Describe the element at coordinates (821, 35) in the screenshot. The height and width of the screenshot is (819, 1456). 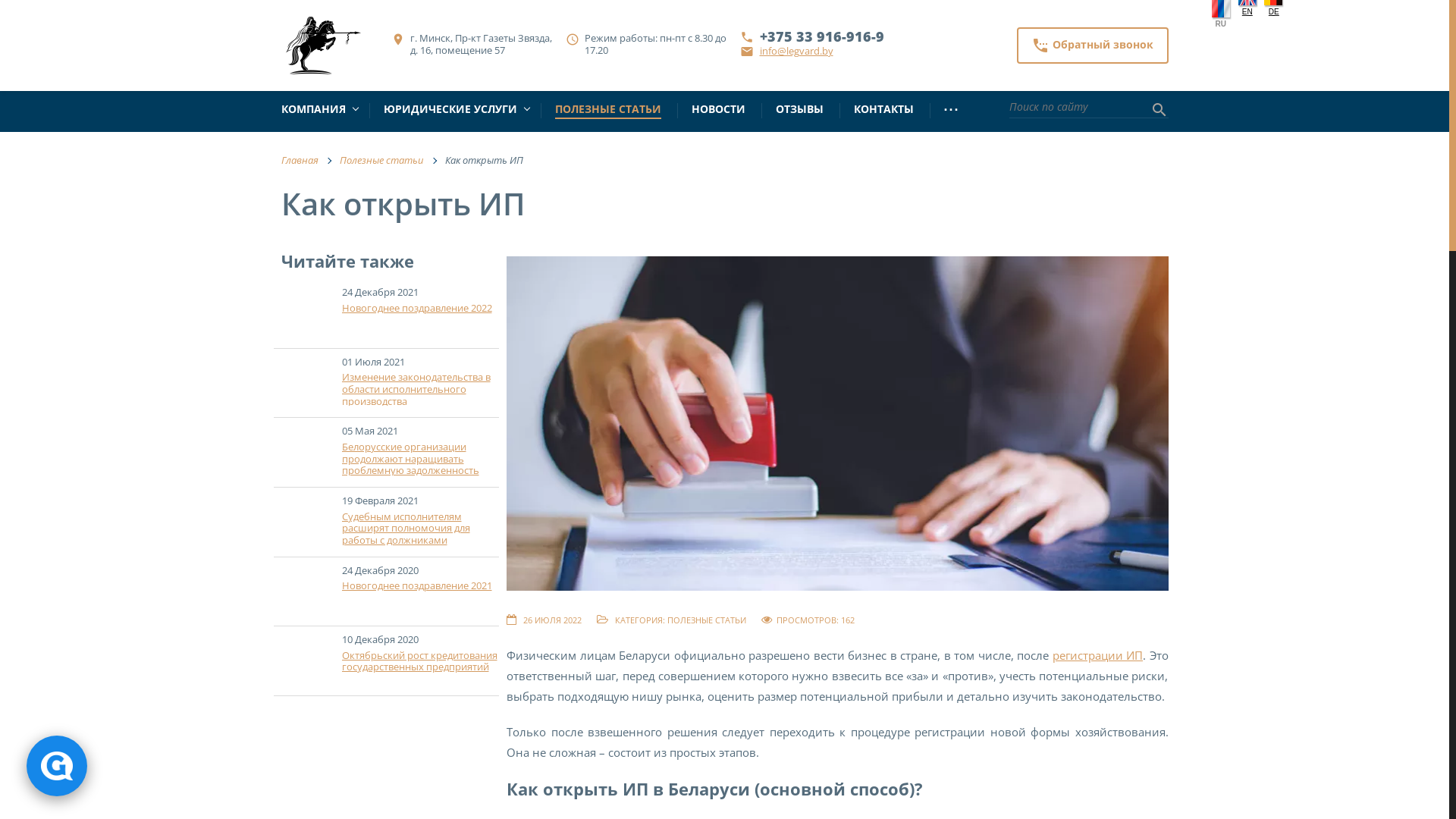
I see `'+375 33 916-916-9'` at that location.